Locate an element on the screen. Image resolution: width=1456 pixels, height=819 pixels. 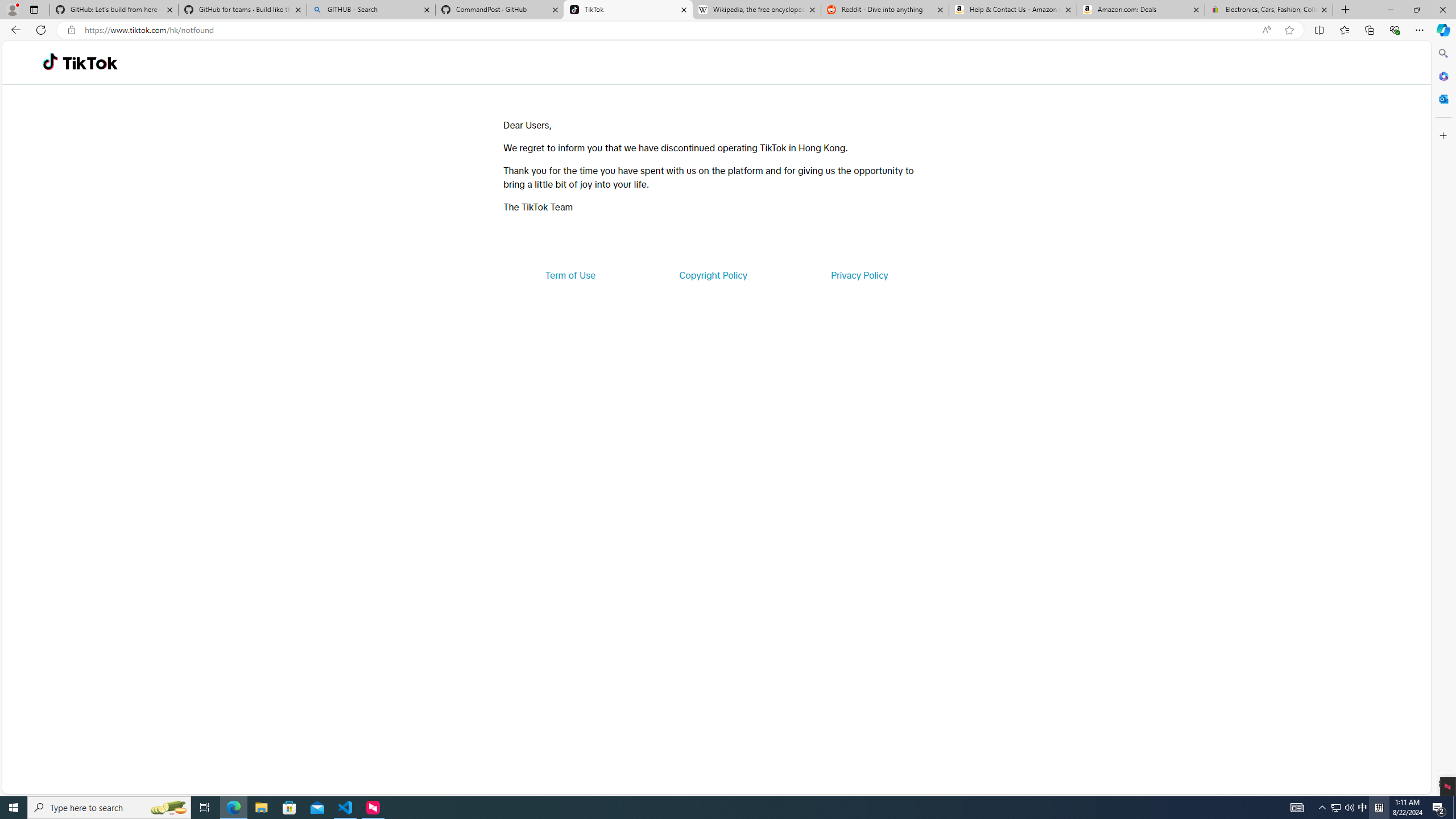
'Wikipedia, the free encyclopedia' is located at coordinates (755, 9).